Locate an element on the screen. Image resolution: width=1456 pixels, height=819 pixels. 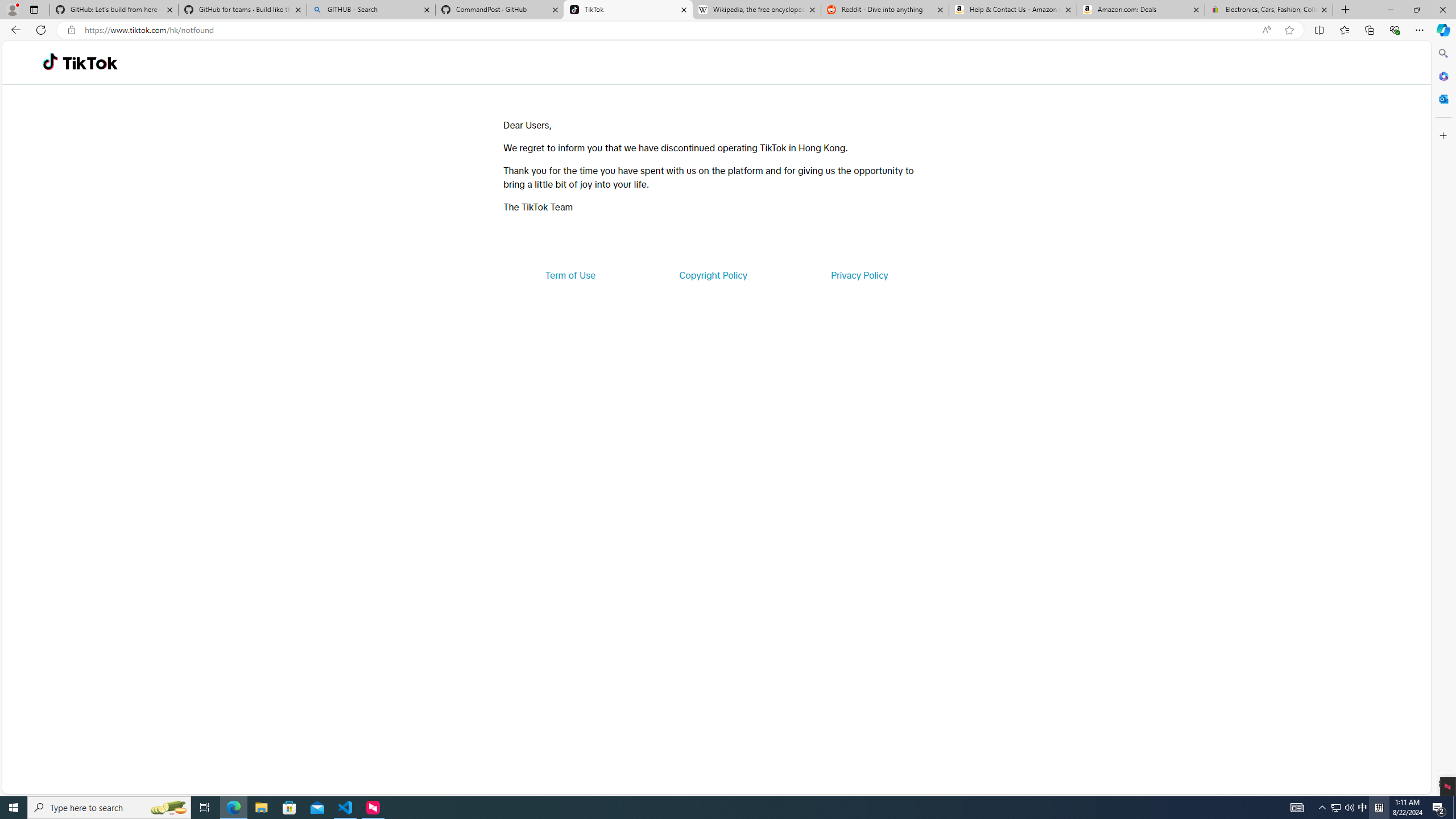
'Wikipedia, the free encyclopedia' is located at coordinates (755, 9).